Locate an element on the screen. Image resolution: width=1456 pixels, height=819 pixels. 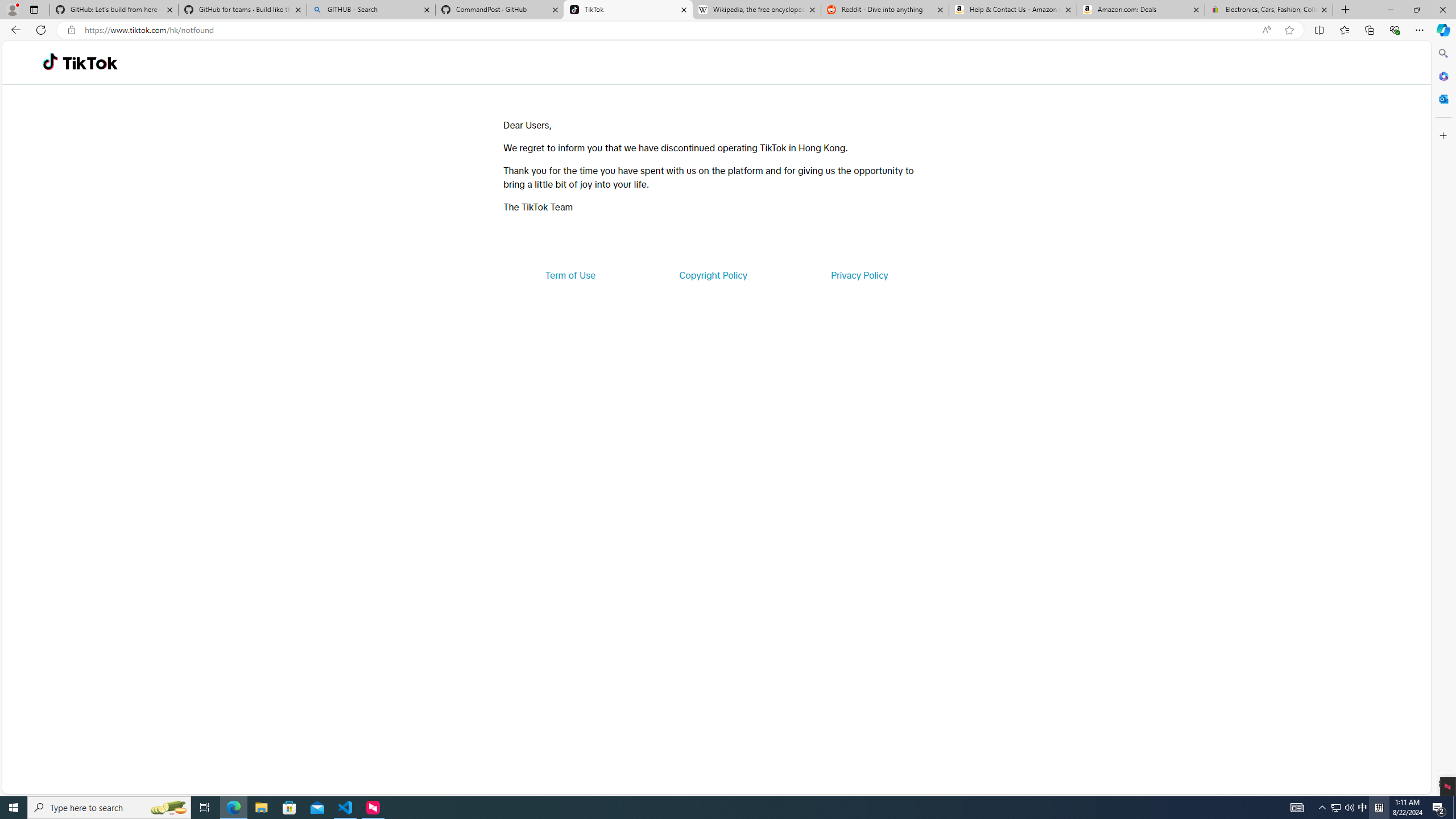
'Wikipedia, the free encyclopedia' is located at coordinates (755, 9).